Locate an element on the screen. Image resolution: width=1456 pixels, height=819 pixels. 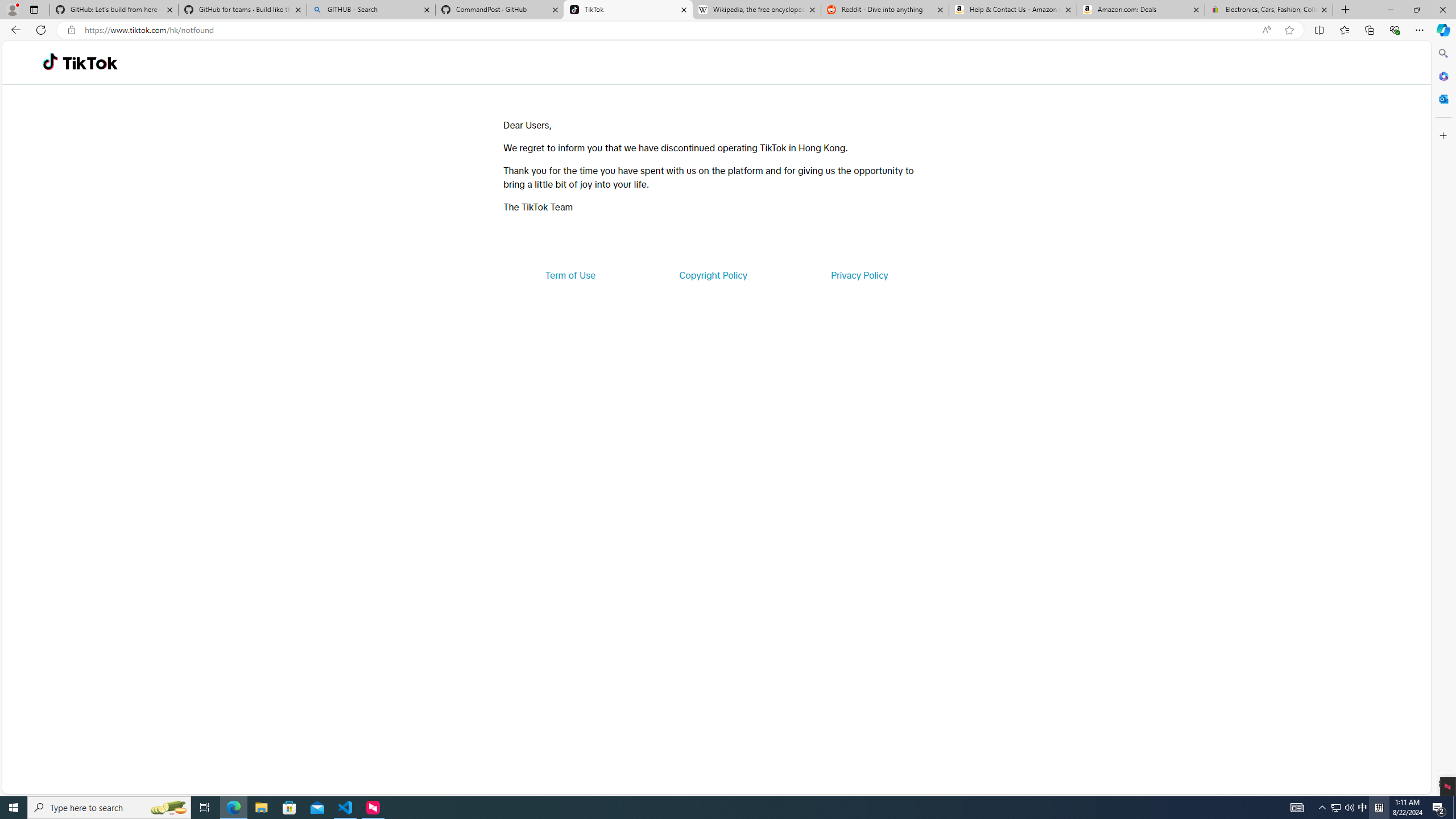
'Wikipedia, the free encyclopedia' is located at coordinates (755, 9).